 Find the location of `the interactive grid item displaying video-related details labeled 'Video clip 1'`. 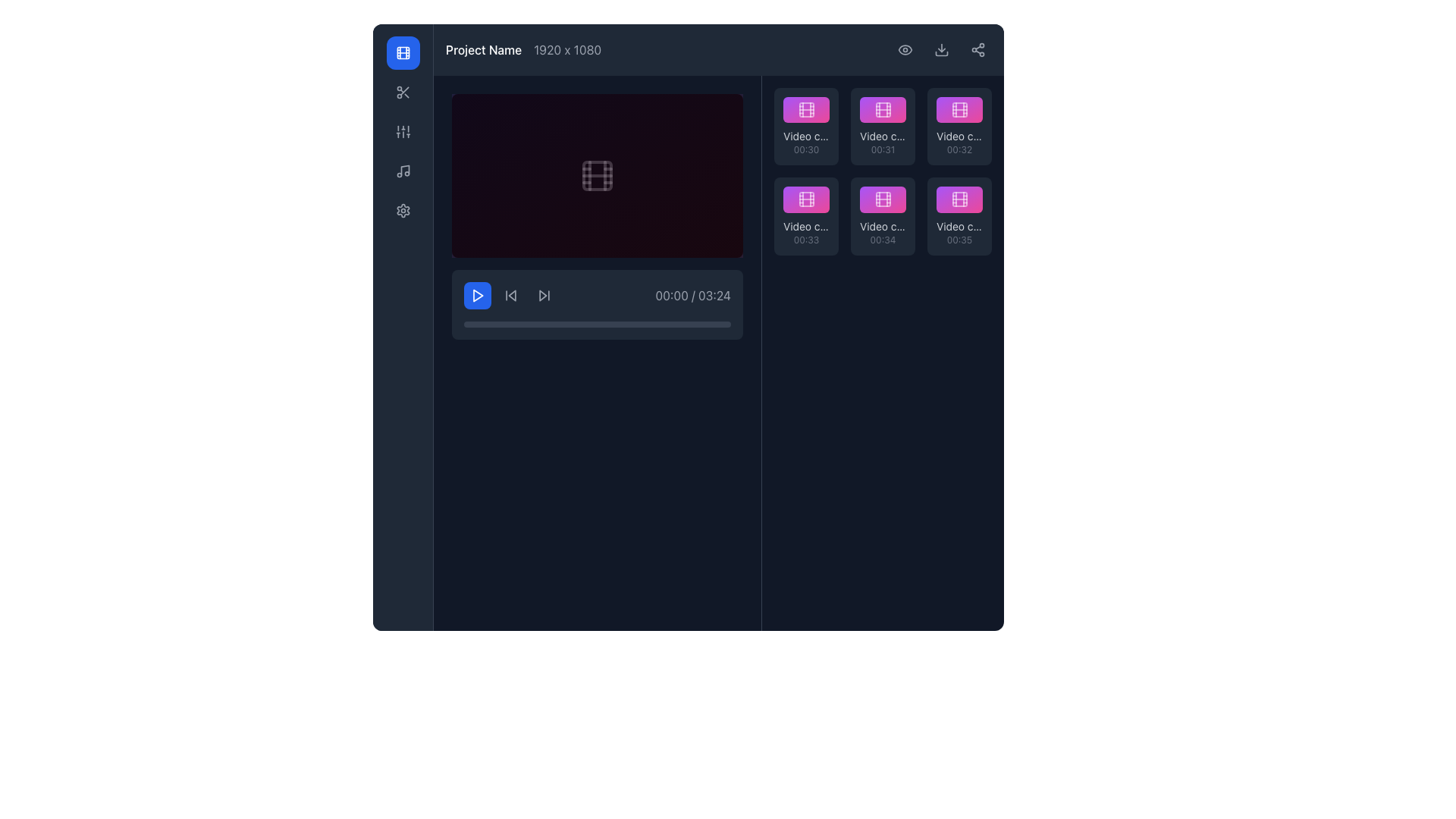

the interactive grid item displaying video-related details labeled 'Video clip 1' is located at coordinates (805, 126).